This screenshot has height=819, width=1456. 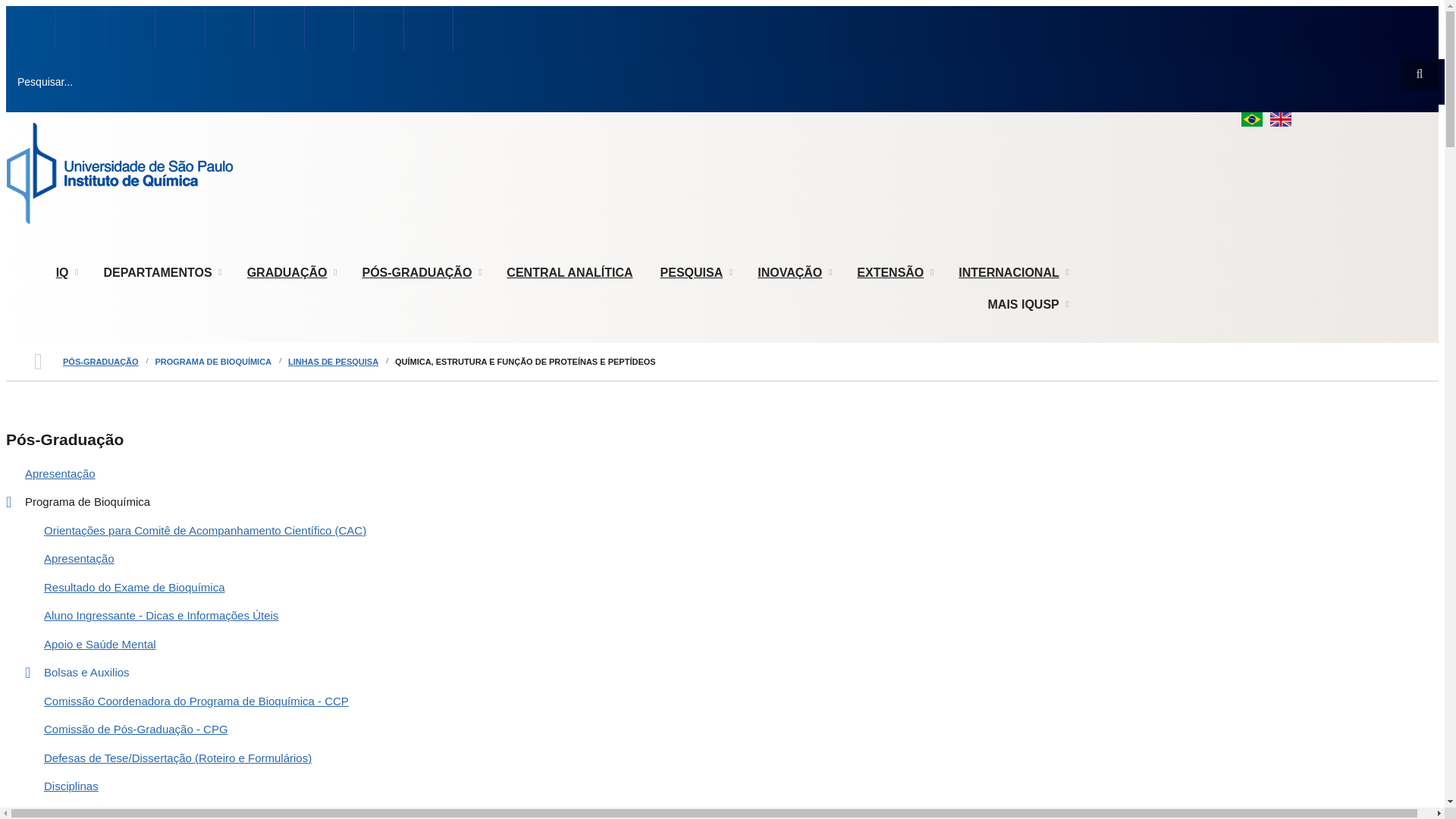 What do you see at coordinates (332, 362) in the screenshot?
I see `'LINHAS DE PESQUISA'` at bounding box center [332, 362].